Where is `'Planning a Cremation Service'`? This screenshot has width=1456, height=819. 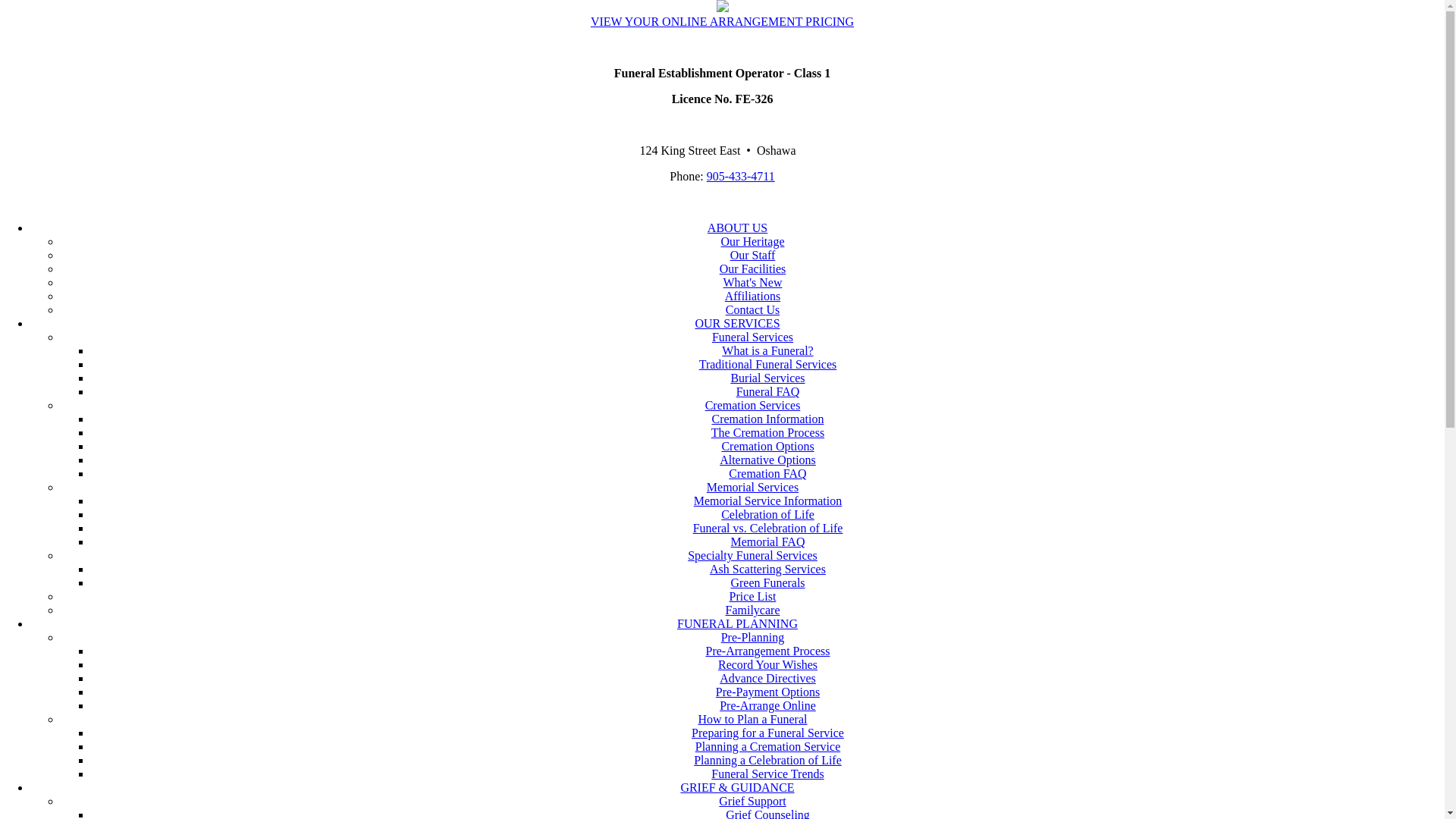 'Planning a Cremation Service' is located at coordinates (767, 745).